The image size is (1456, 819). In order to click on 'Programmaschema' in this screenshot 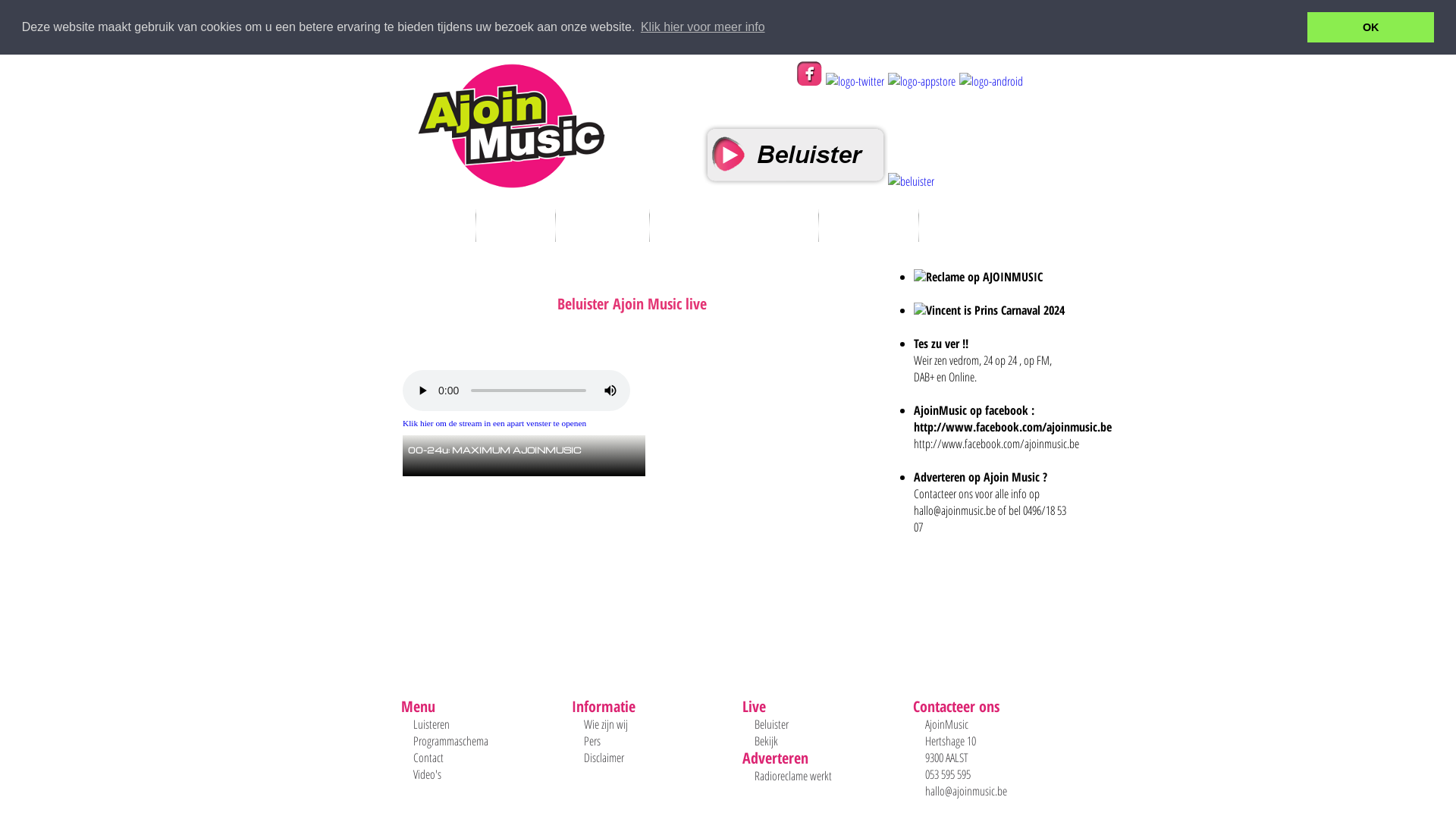, I will do `click(413, 739)`.